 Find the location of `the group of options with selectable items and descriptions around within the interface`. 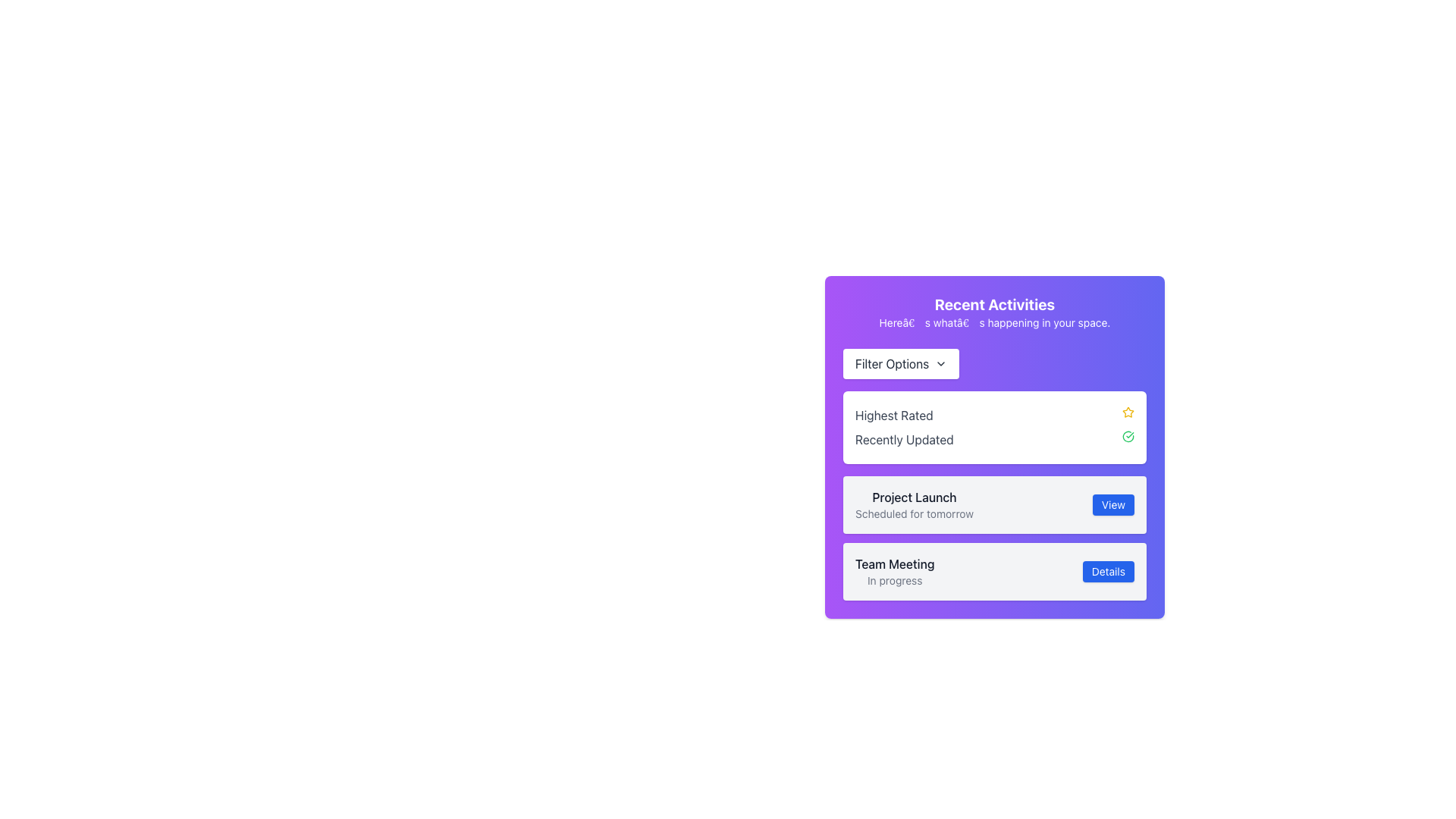

the group of options with selectable items and descriptions around within the interface is located at coordinates (994, 406).